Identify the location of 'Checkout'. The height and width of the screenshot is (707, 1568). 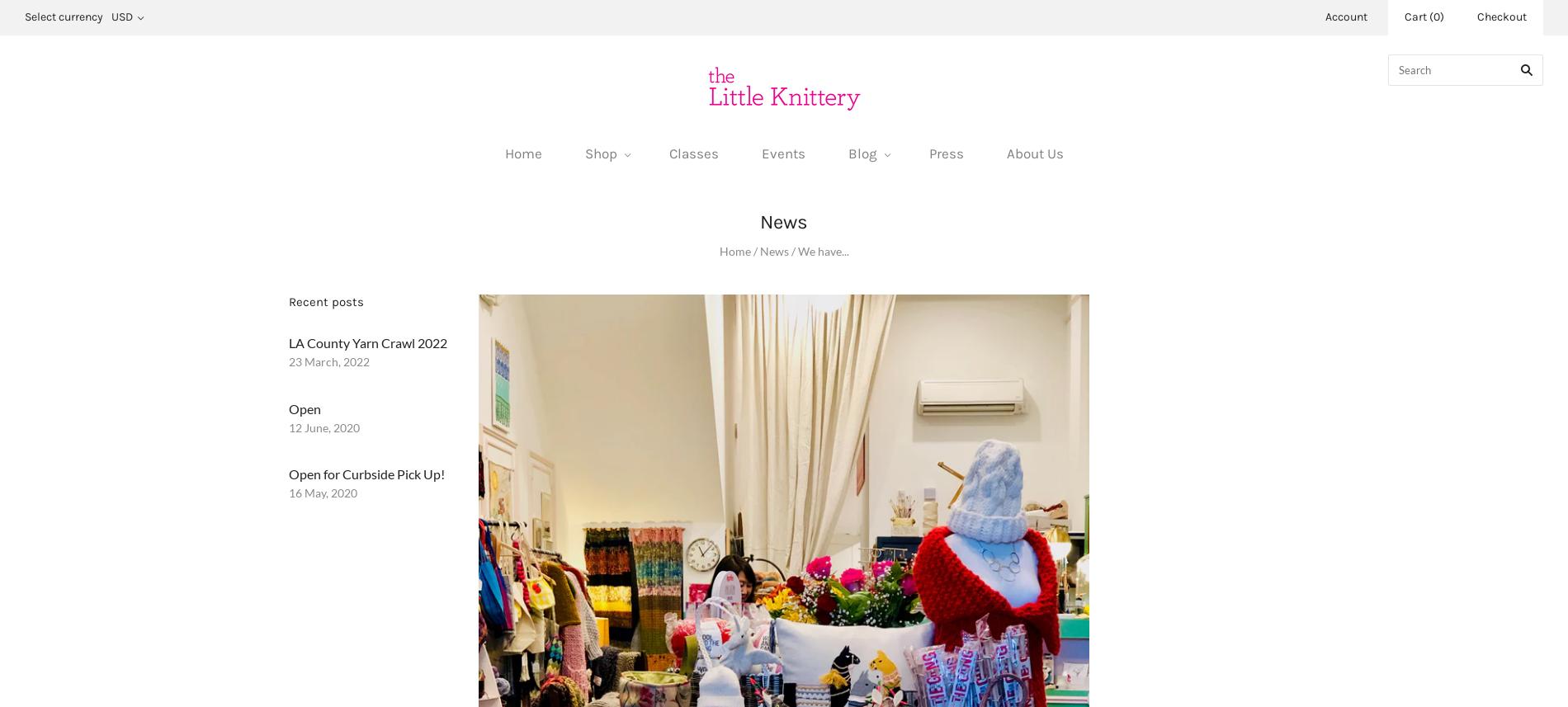
(1501, 16).